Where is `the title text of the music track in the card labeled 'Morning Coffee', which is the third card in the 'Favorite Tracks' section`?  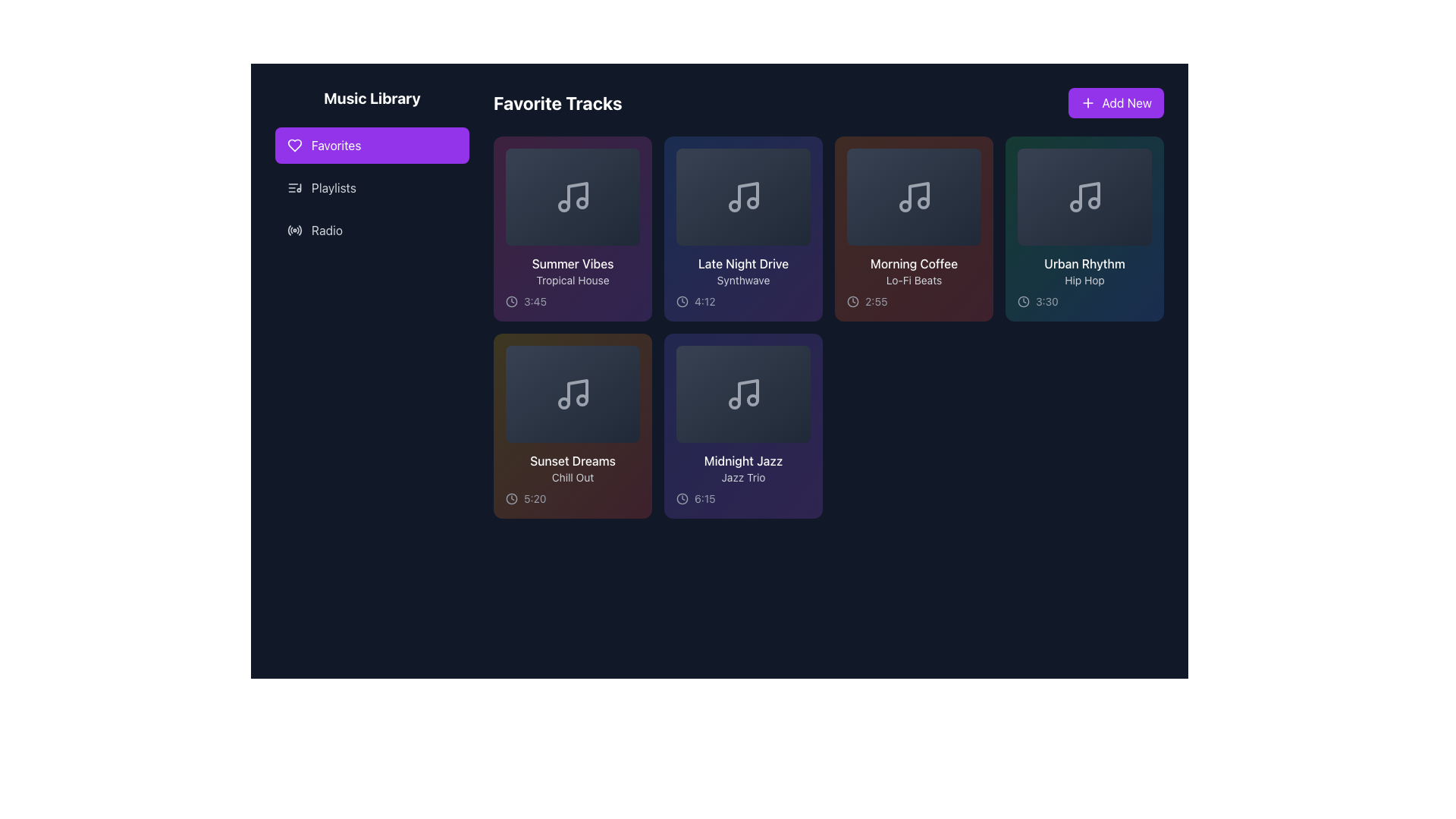
the title text of the music track in the card labeled 'Morning Coffee', which is the third card in the 'Favorite Tracks' section is located at coordinates (913, 262).